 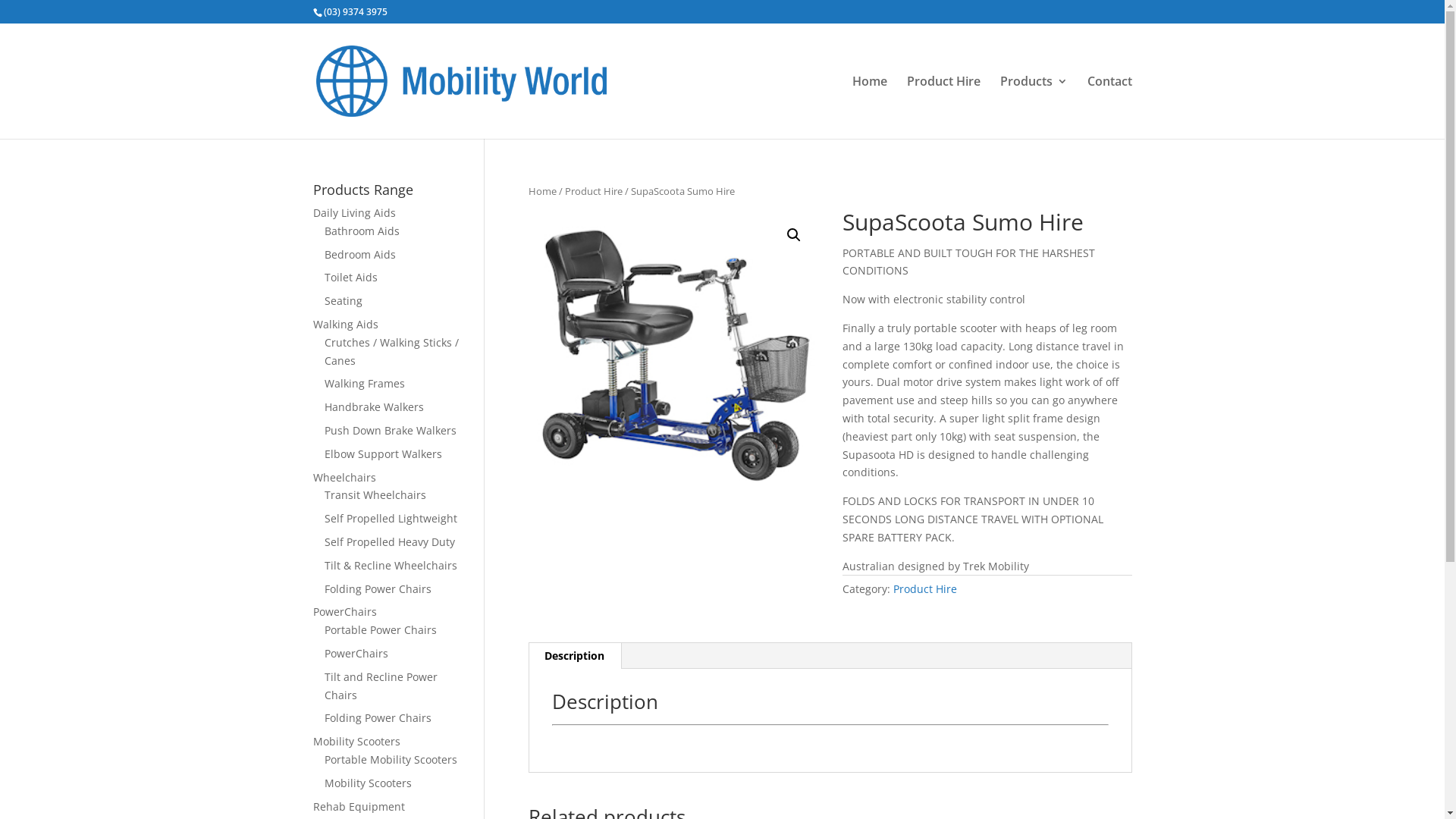 I want to click on 'Walking Frames', so click(x=364, y=382).